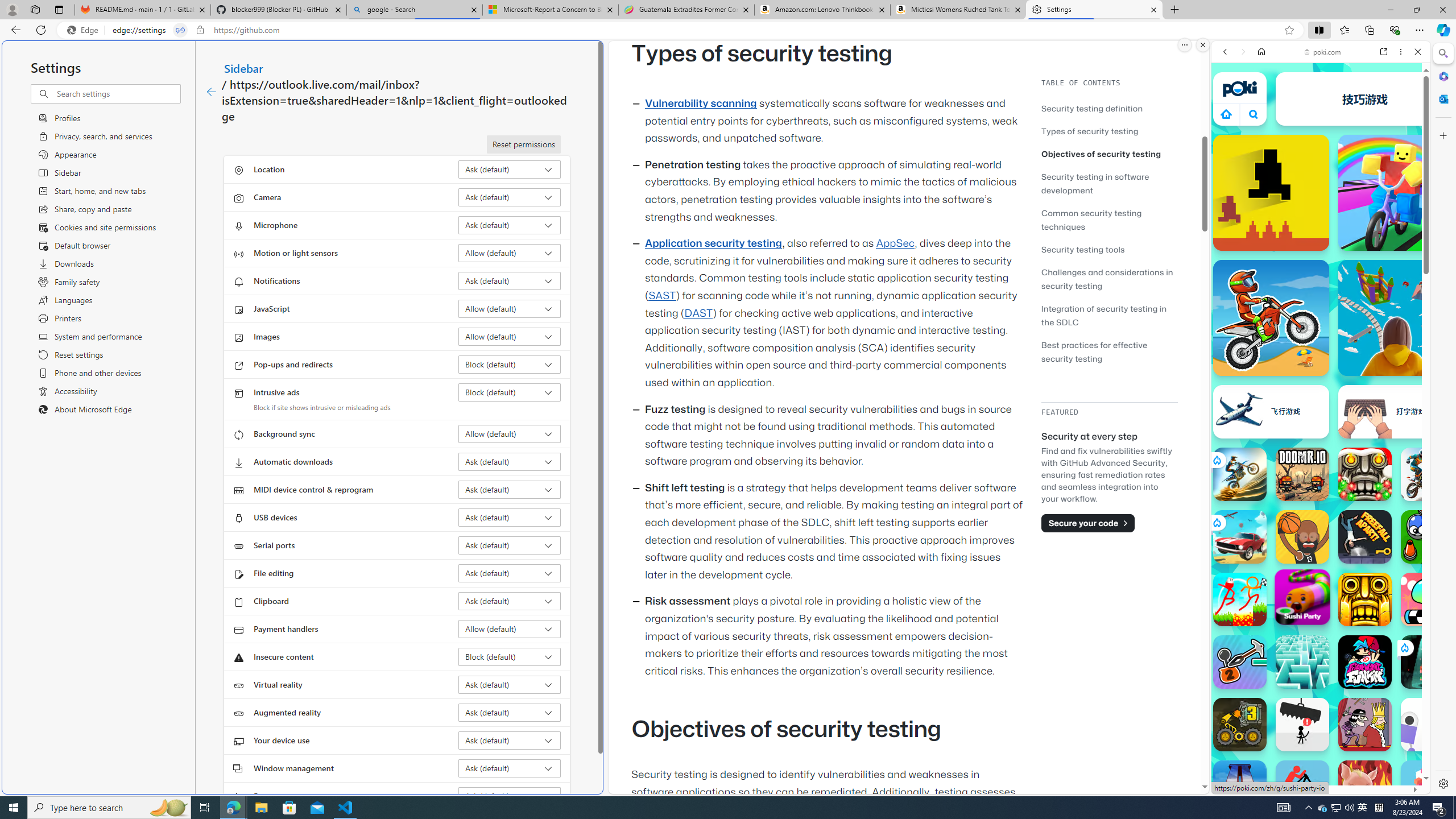  Describe the element at coordinates (1428, 474) in the screenshot. I see `'Trial Mania'` at that location.